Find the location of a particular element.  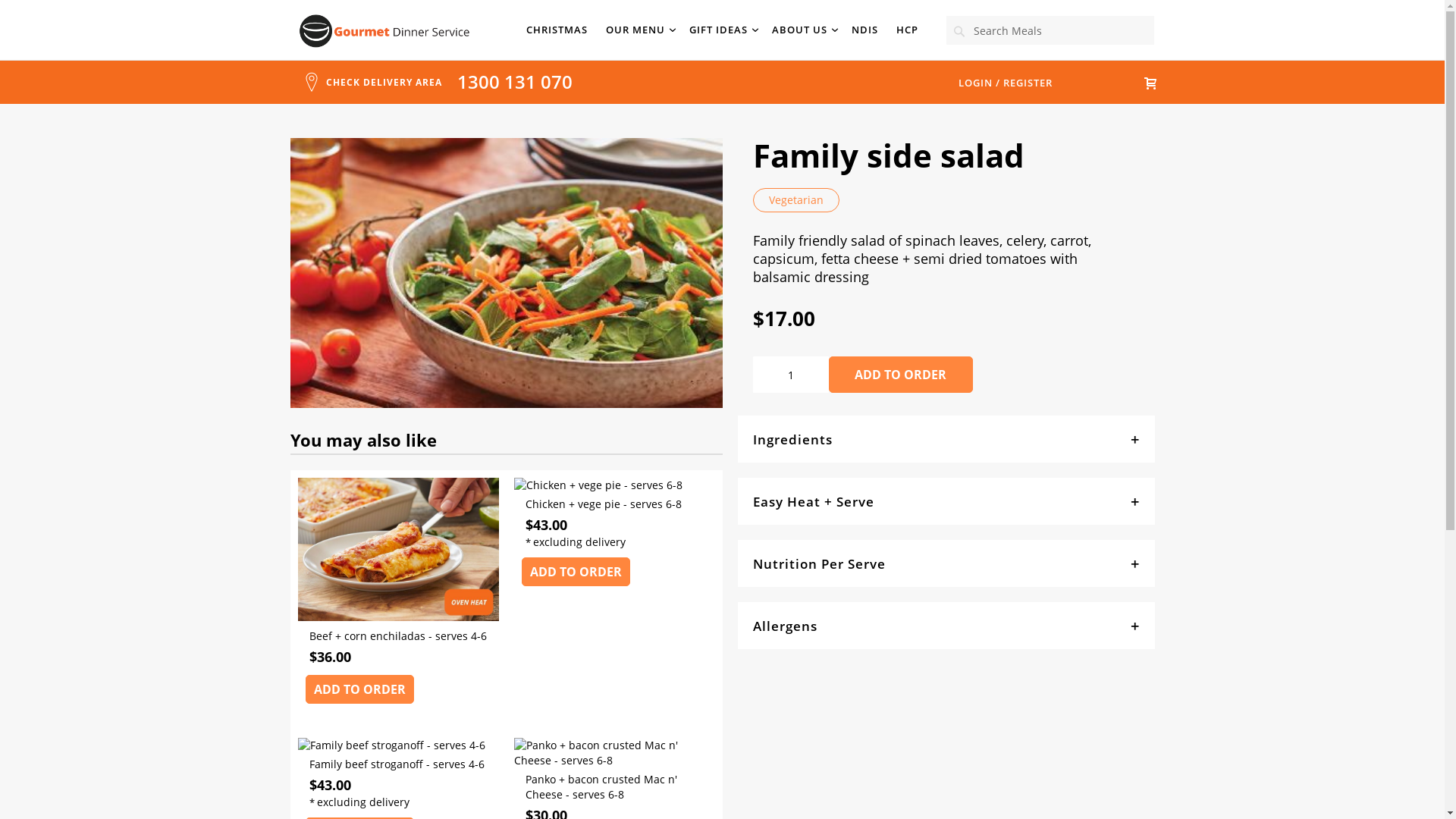

'GIFT IDEAS' is located at coordinates (720, 30).